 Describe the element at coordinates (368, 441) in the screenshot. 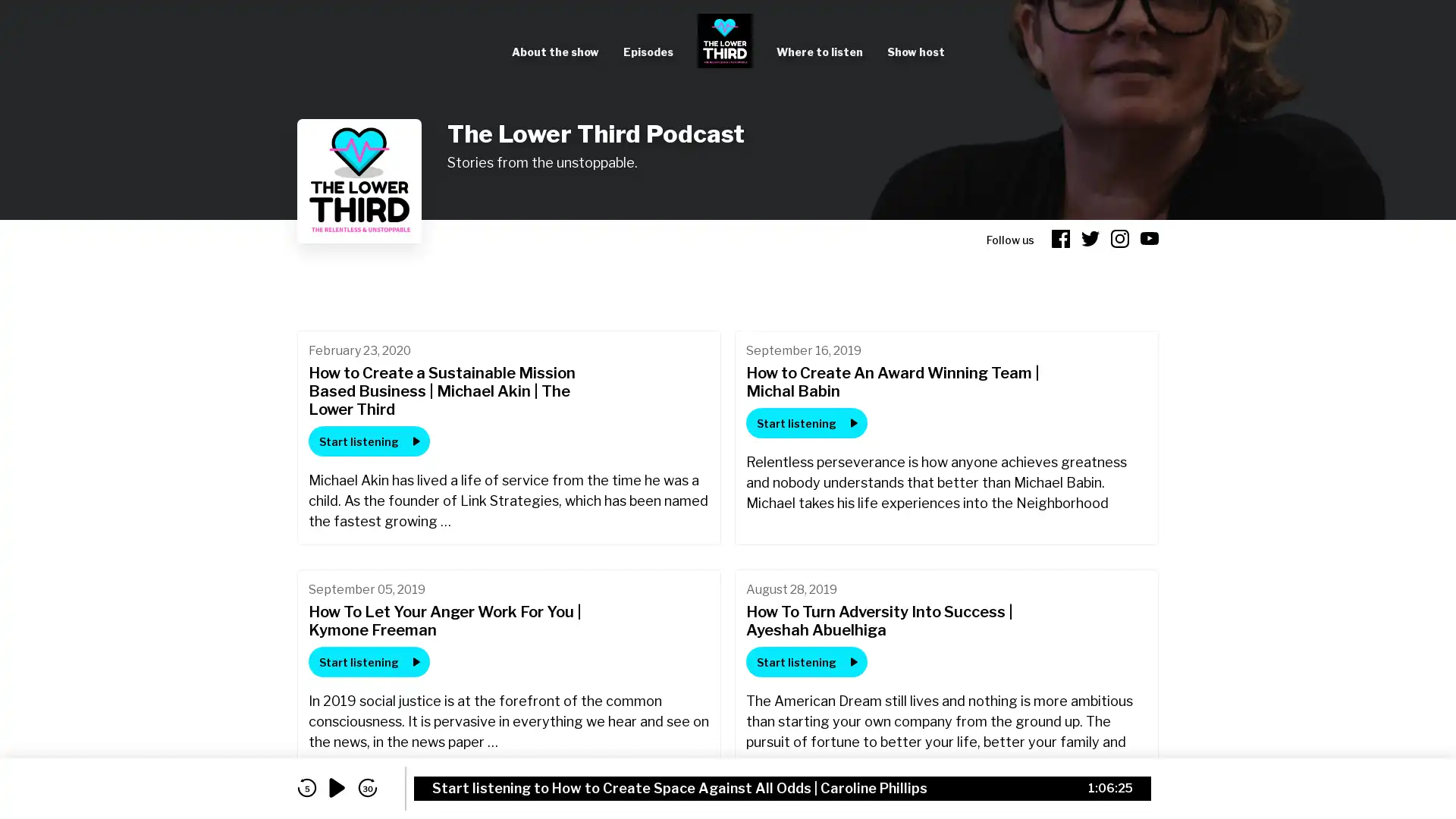

I see `Start listening` at that location.